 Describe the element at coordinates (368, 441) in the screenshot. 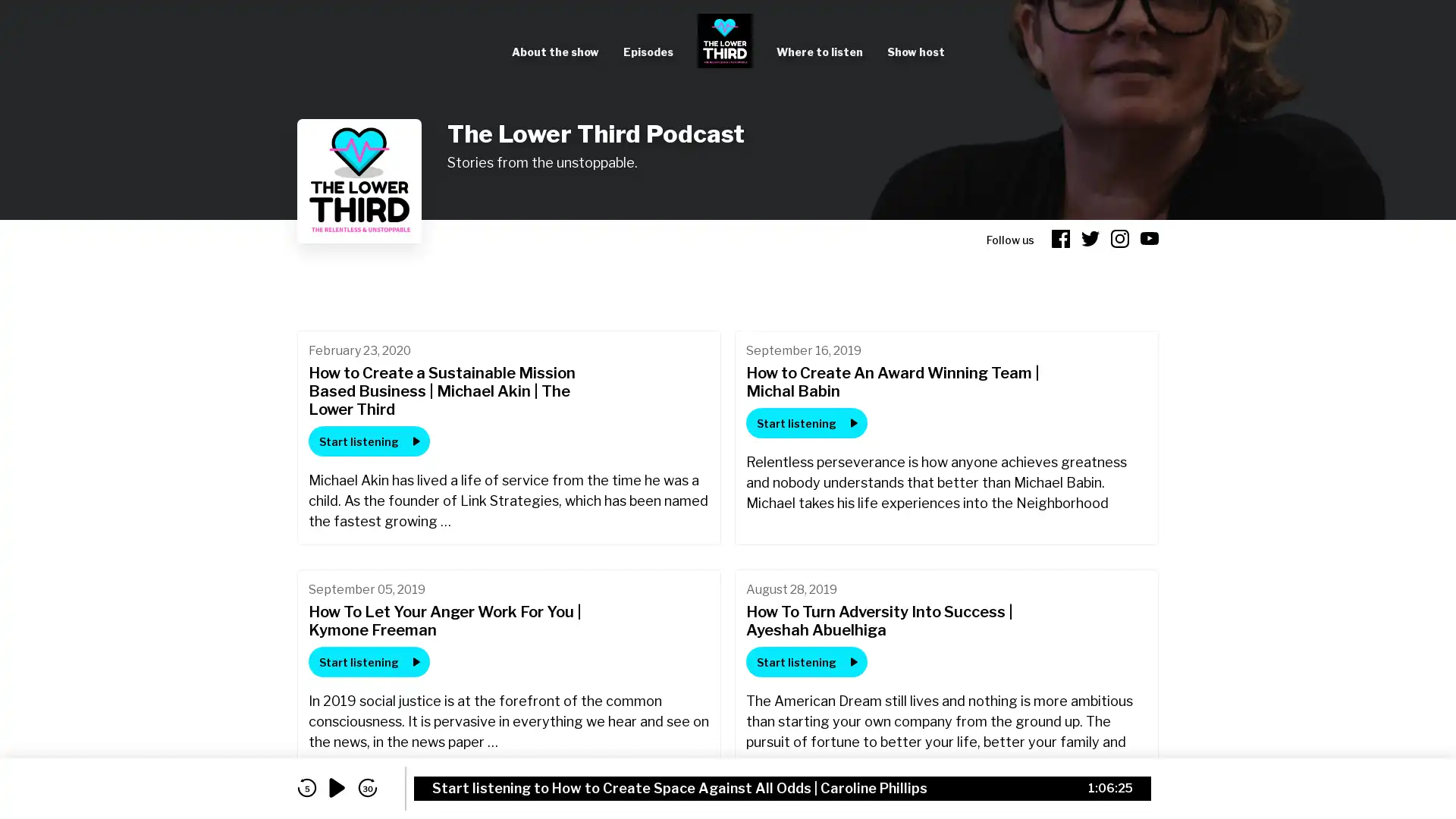

I see `Start listening` at that location.